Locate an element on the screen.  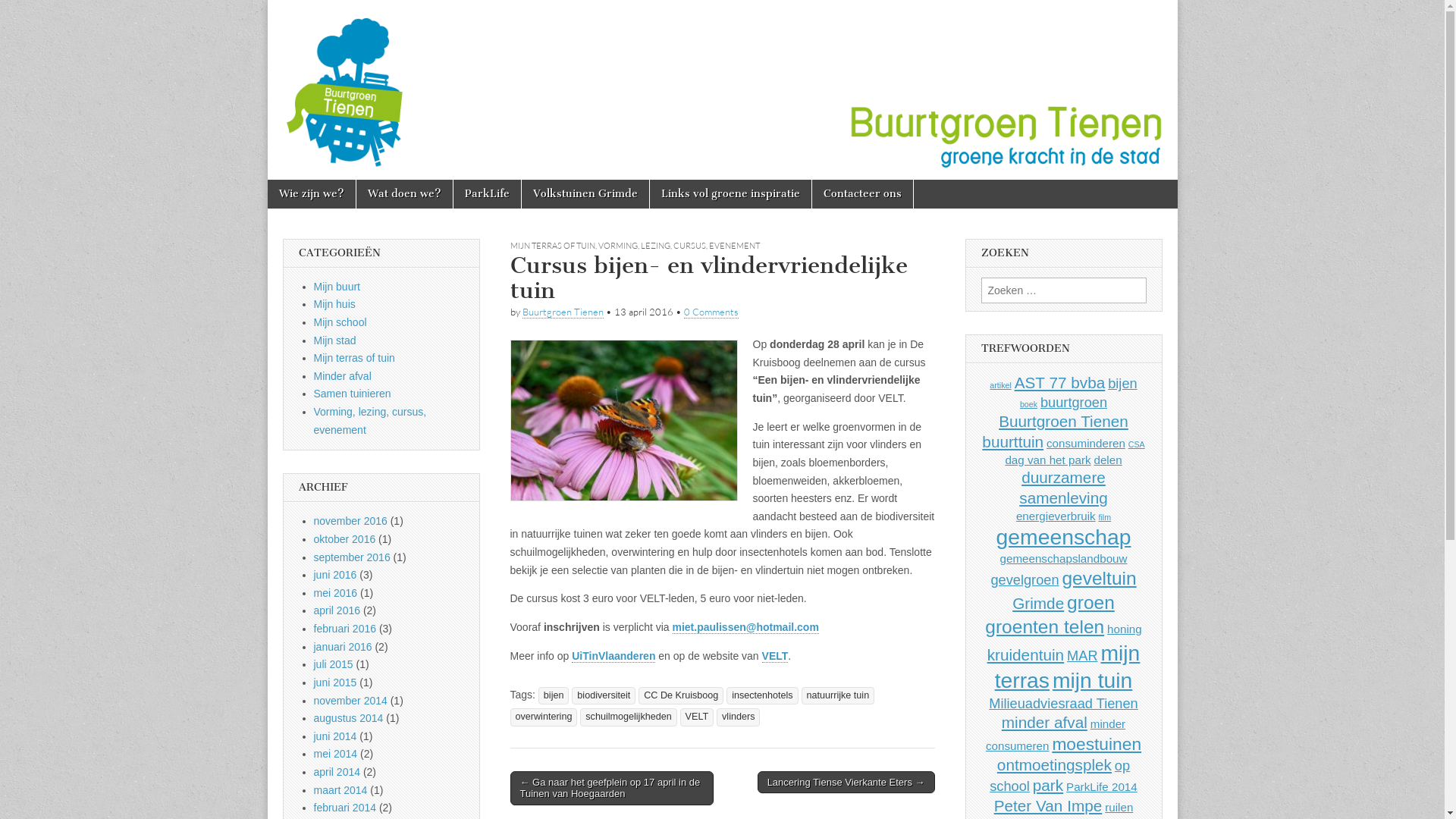
'mei 2016' is located at coordinates (334, 592).